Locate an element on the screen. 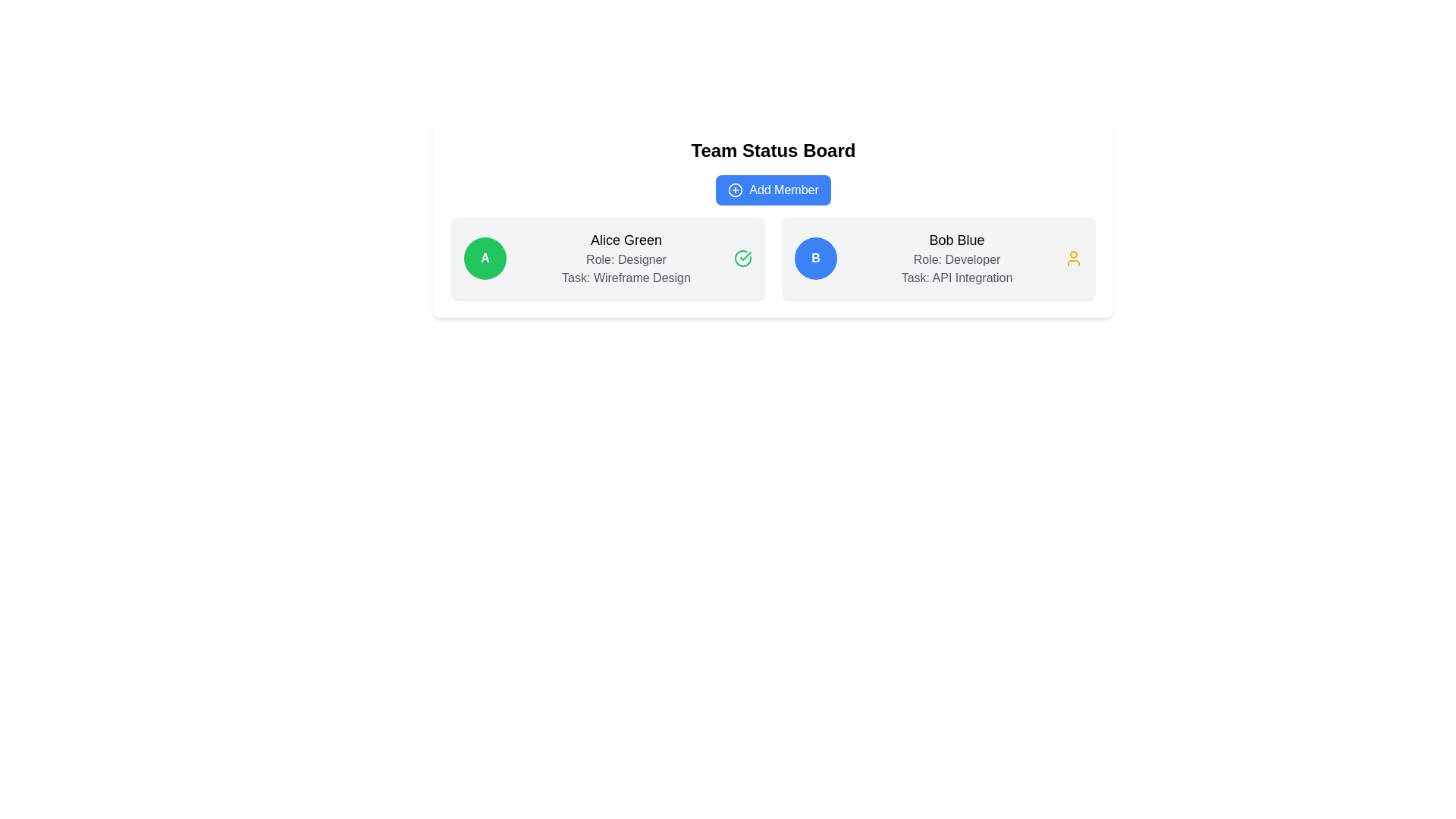  the user profile icon located in the upper right corner of the 'Bob Blue' card is located at coordinates (1073, 257).